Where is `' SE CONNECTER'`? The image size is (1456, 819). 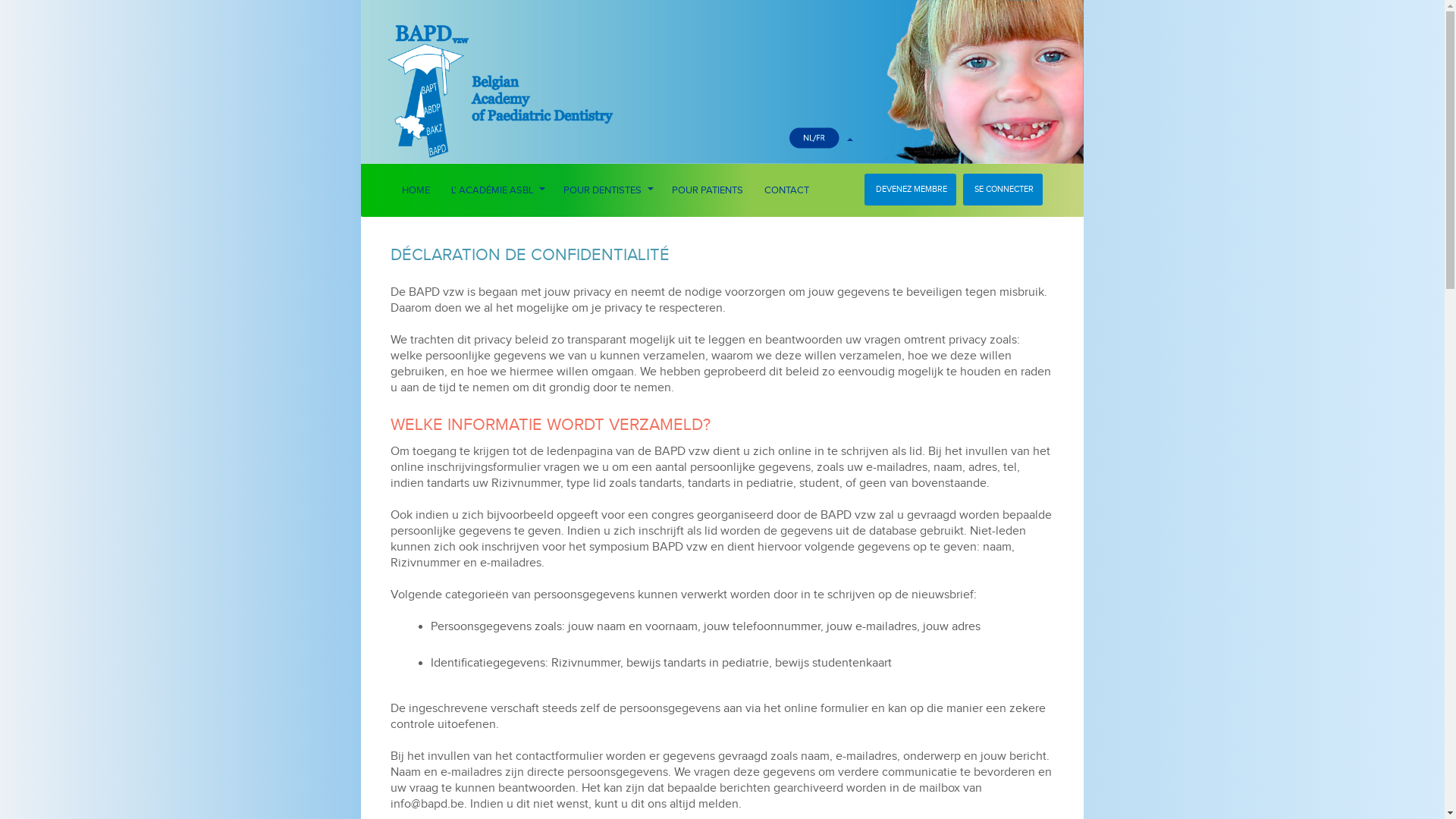
' SE CONNECTER' is located at coordinates (1003, 189).